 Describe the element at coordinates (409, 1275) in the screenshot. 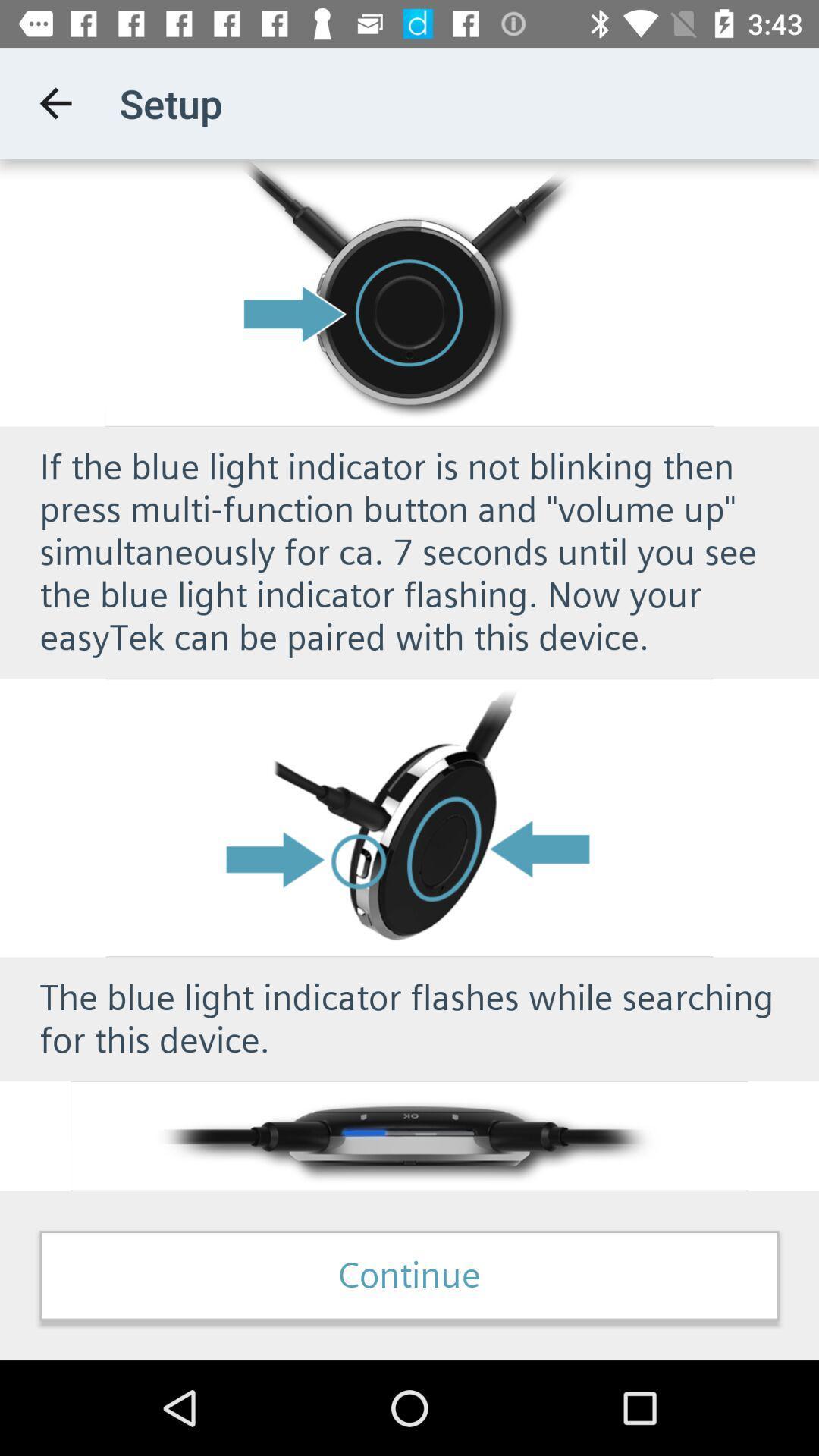

I see `the continue item` at that location.